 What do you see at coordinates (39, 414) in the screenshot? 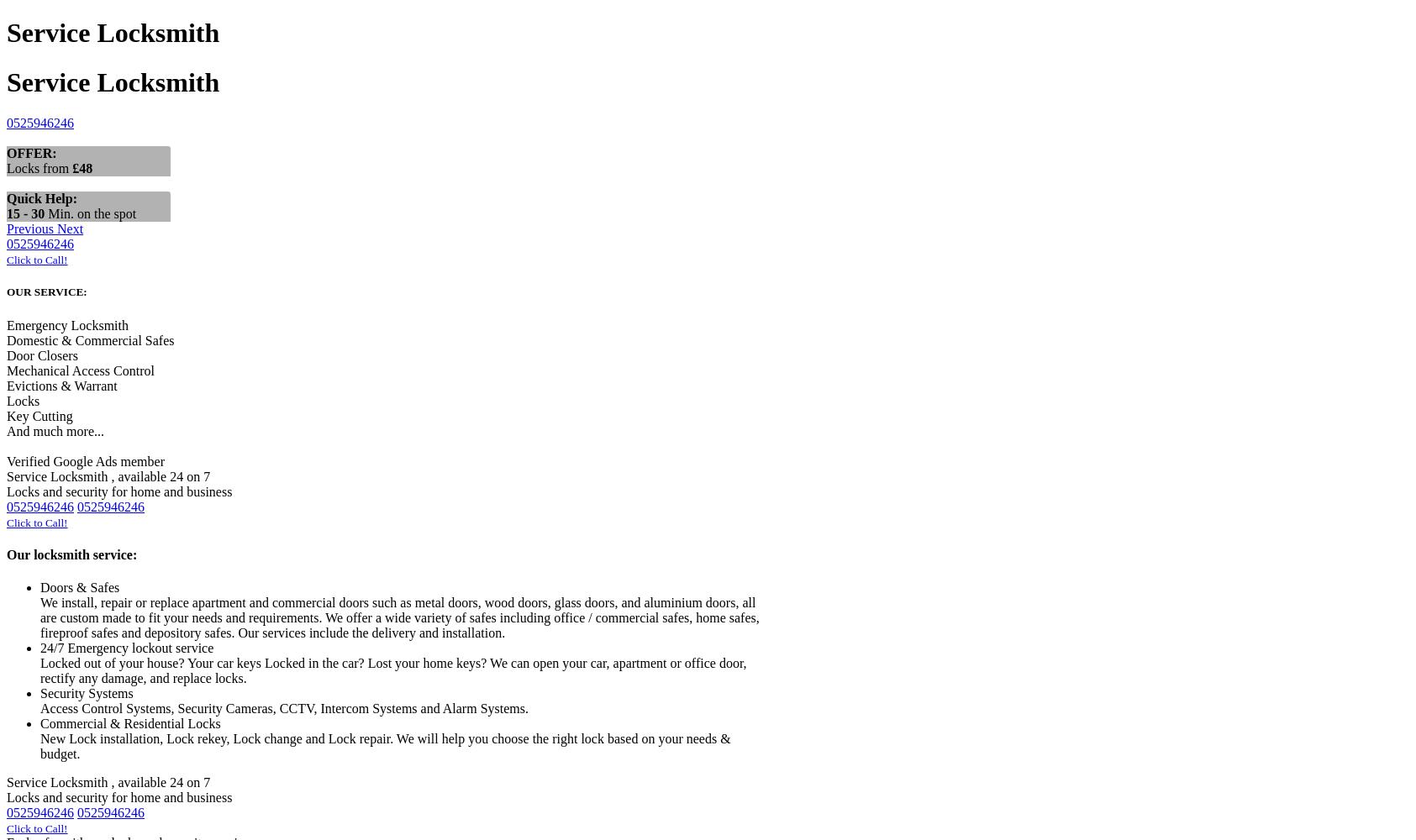
I see `'Key Cutting'` at bounding box center [39, 414].